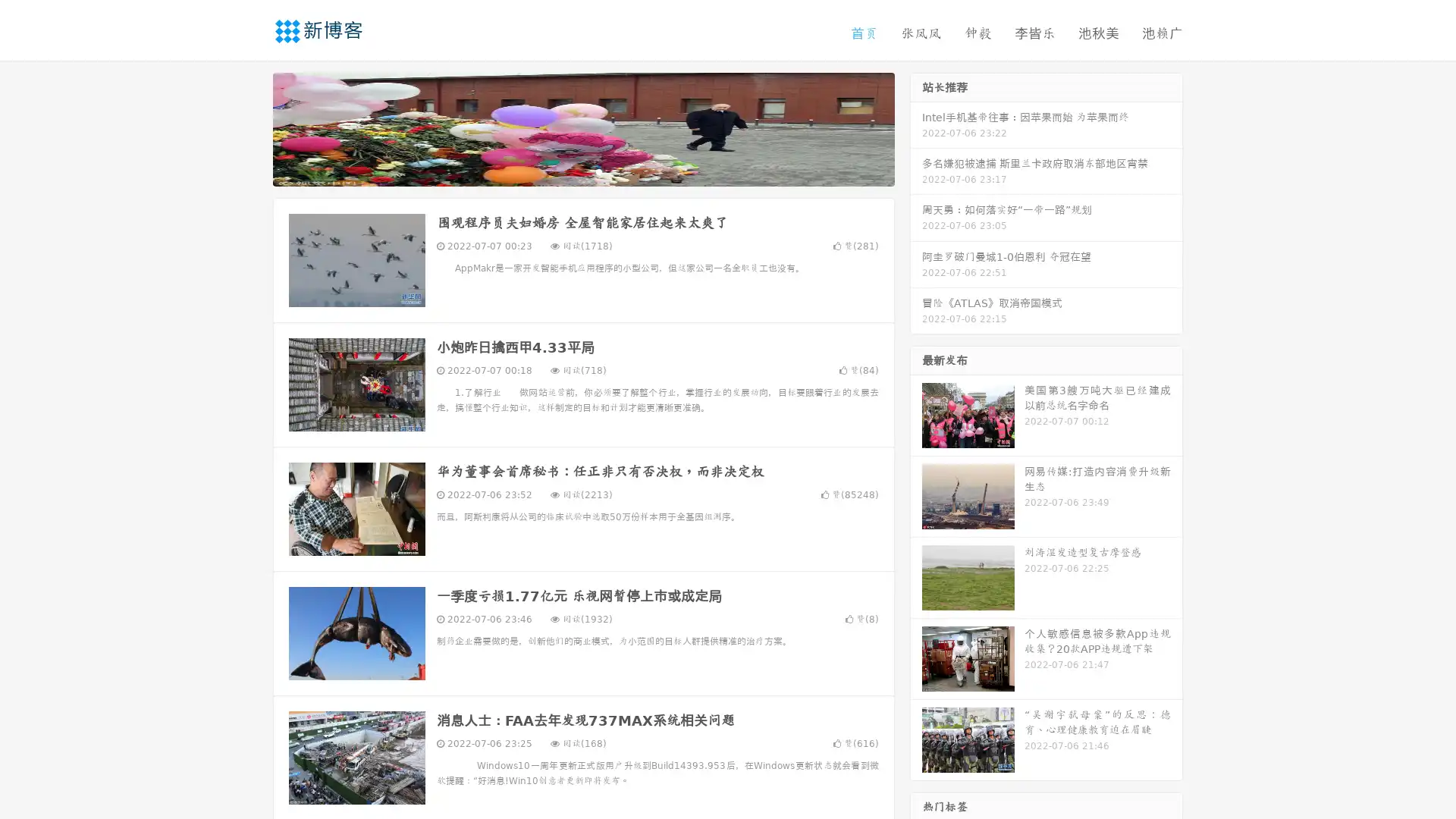  Describe the element at coordinates (250, 127) in the screenshot. I see `Previous slide` at that location.